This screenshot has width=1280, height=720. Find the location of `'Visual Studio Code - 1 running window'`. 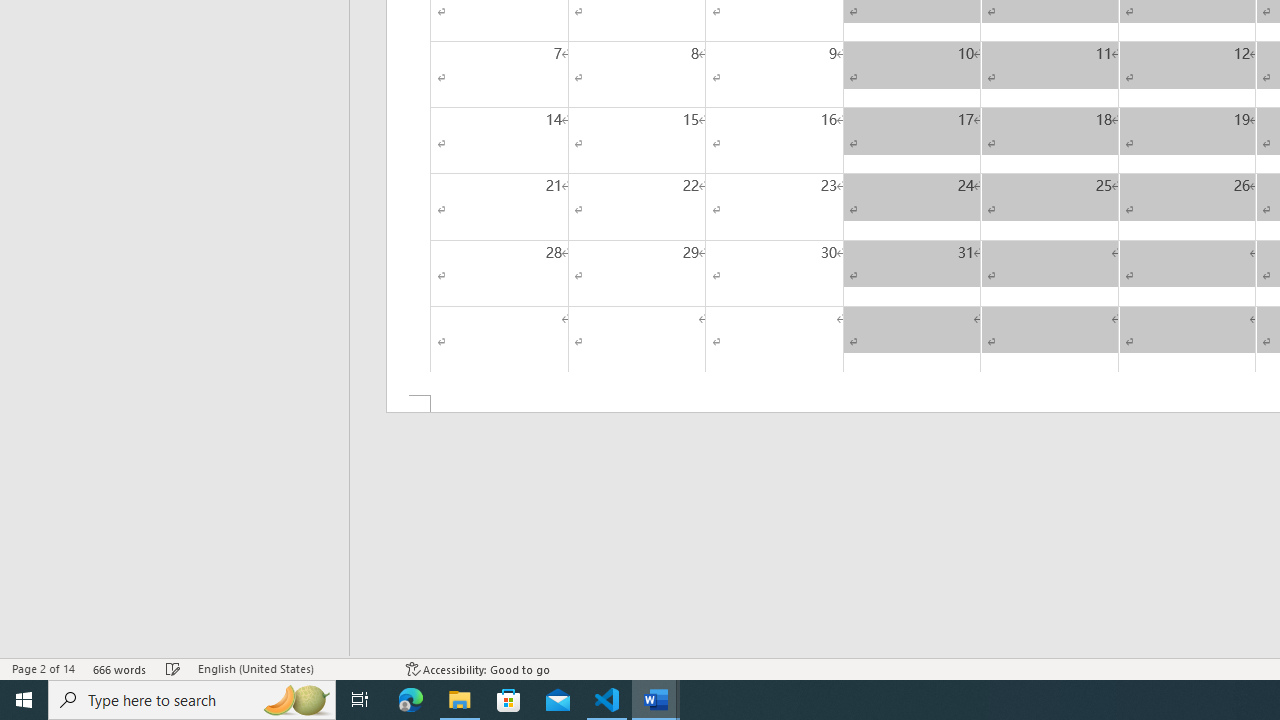

'Visual Studio Code - 1 running window' is located at coordinates (606, 698).